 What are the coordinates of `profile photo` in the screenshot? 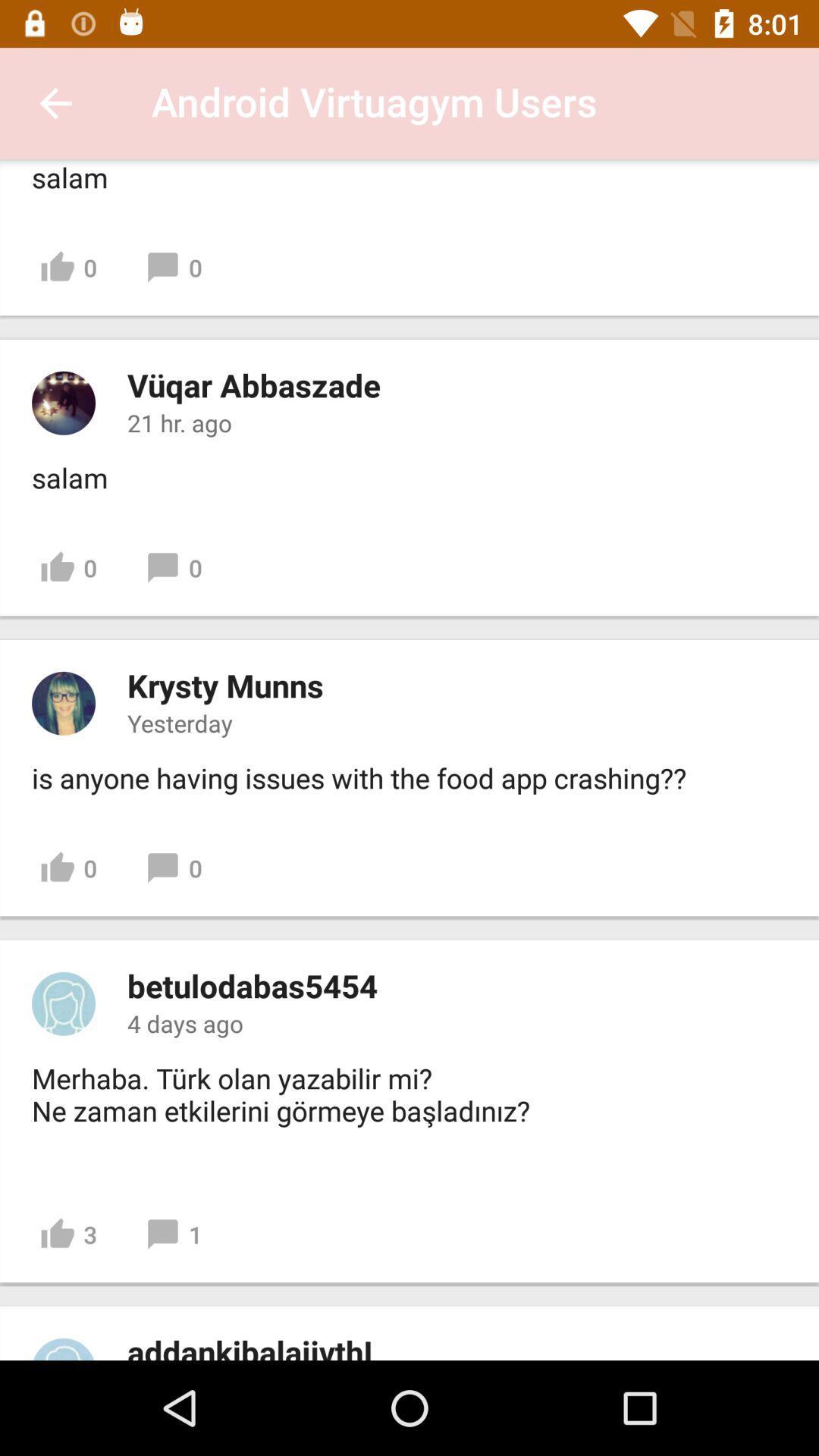 It's located at (63, 1003).